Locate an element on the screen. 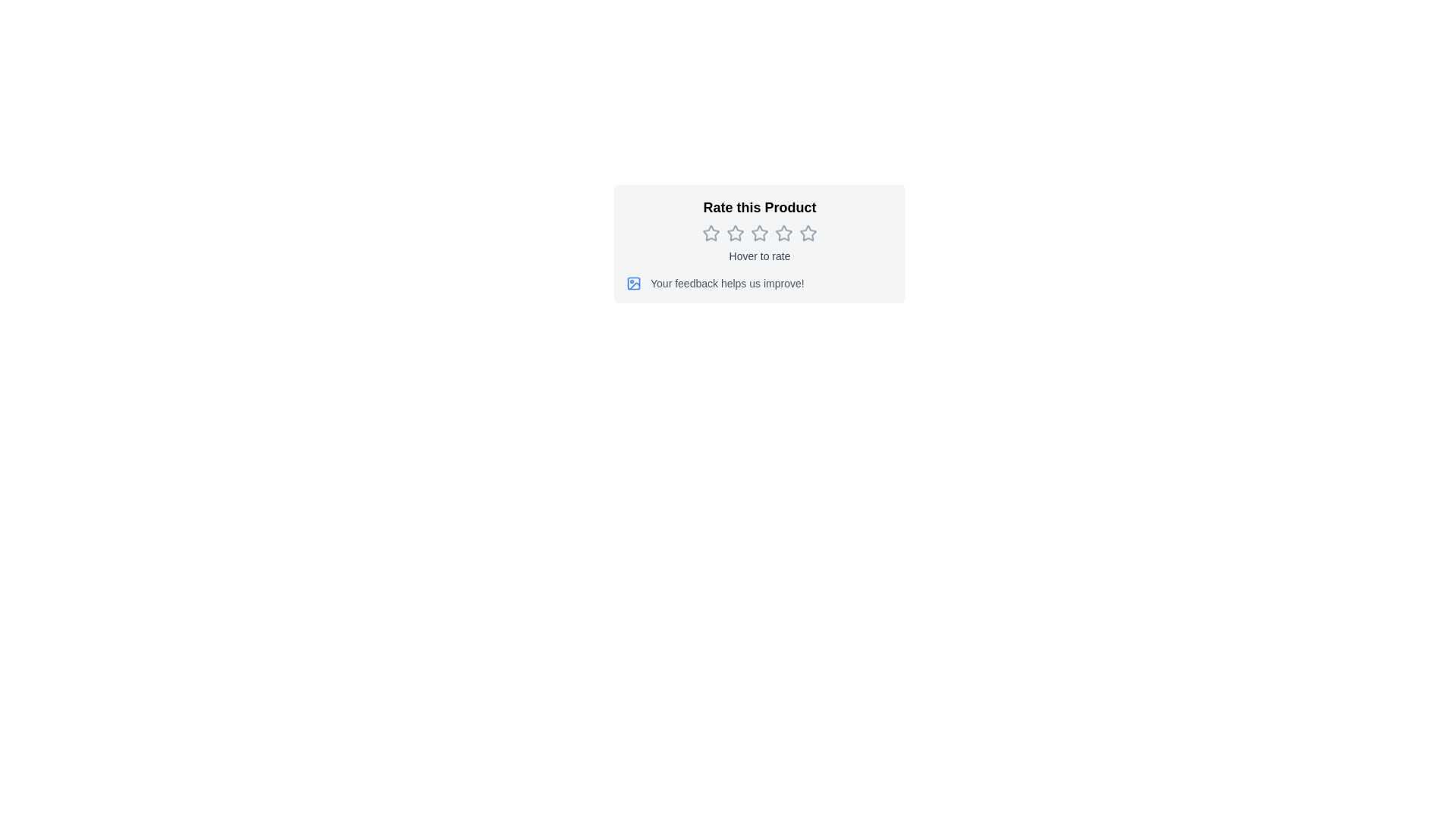 This screenshot has height=819, width=1456. the 5th star is located at coordinates (807, 234).